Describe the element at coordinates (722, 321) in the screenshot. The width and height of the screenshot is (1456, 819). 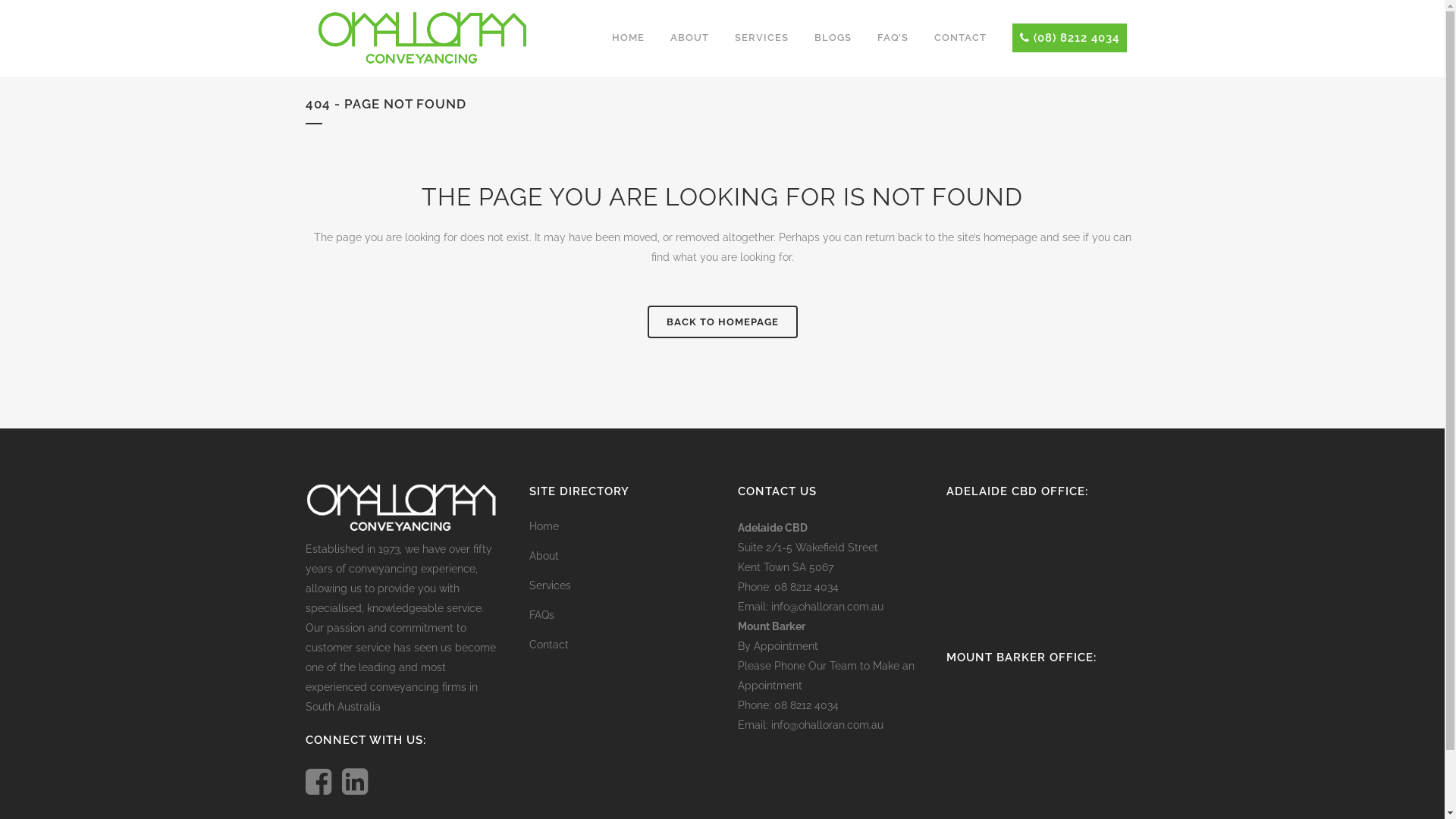
I see `'BACK TO HOMEPAGE'` at that location.